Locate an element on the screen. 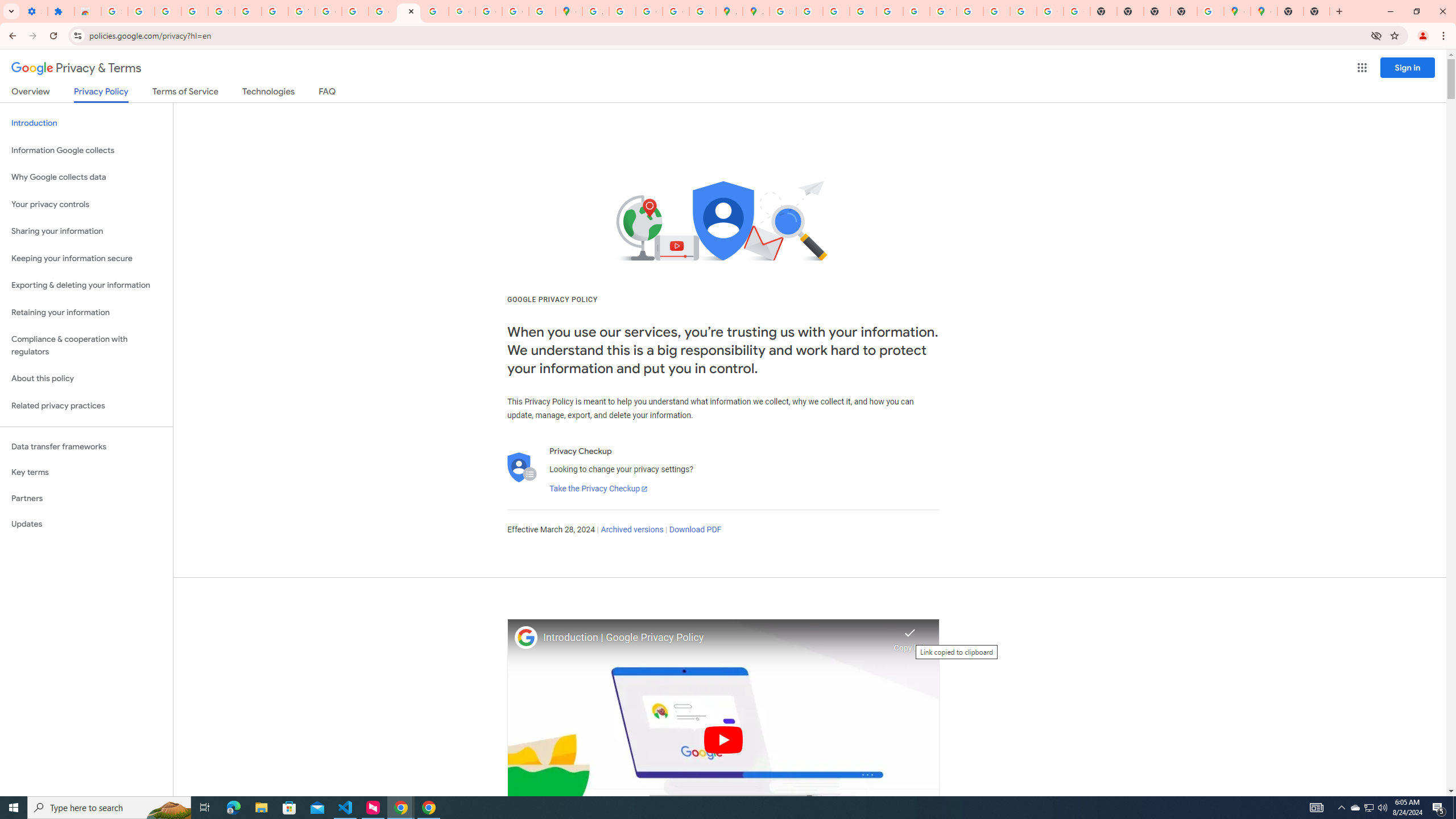 The width and height of the screenshot is (1456, 819). 'Link copied to clipboard' is located at coordinates (909, 636).